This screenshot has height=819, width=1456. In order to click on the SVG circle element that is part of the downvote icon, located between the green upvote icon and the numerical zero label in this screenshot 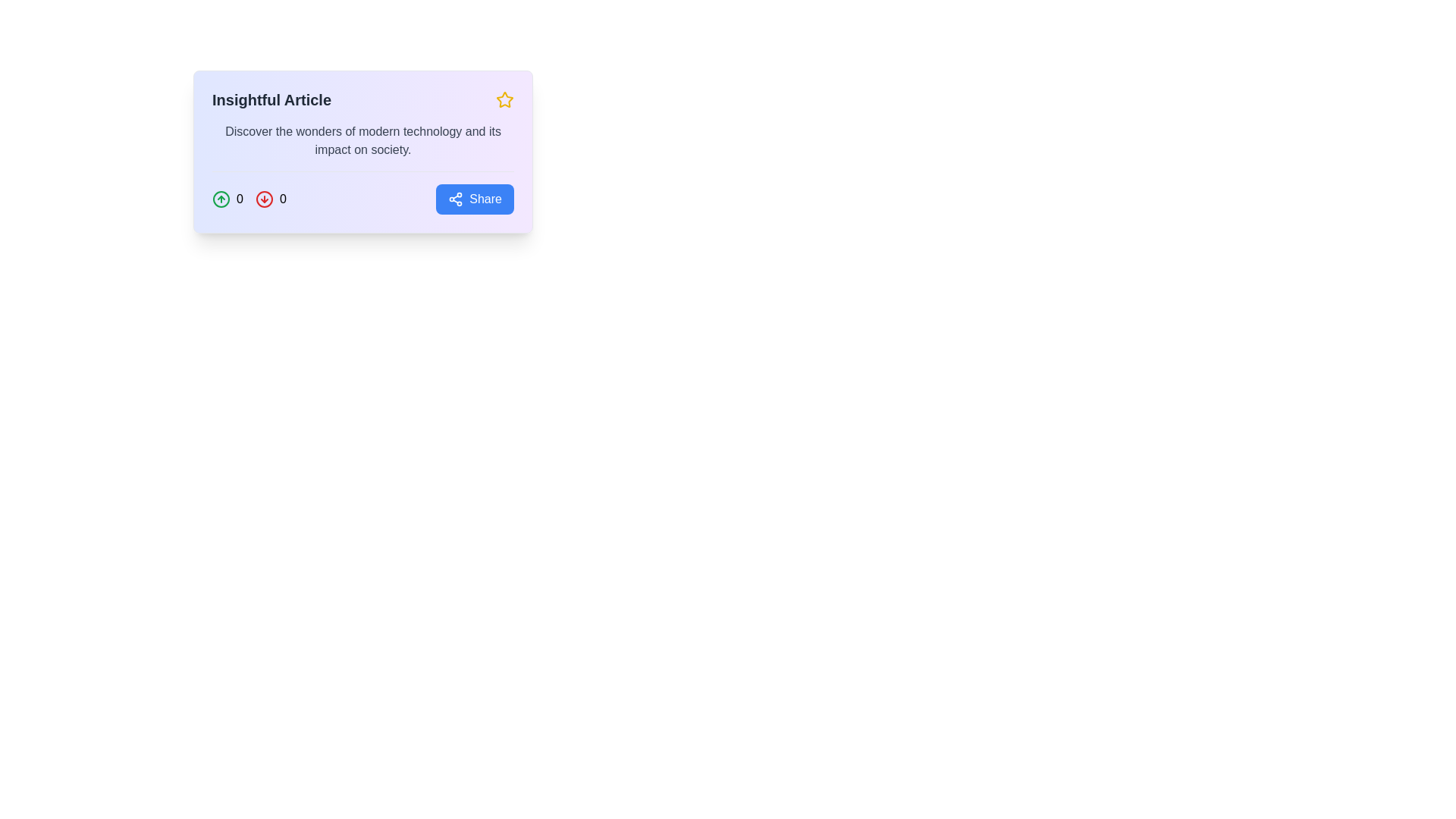, I will do `click(264, 198)`.